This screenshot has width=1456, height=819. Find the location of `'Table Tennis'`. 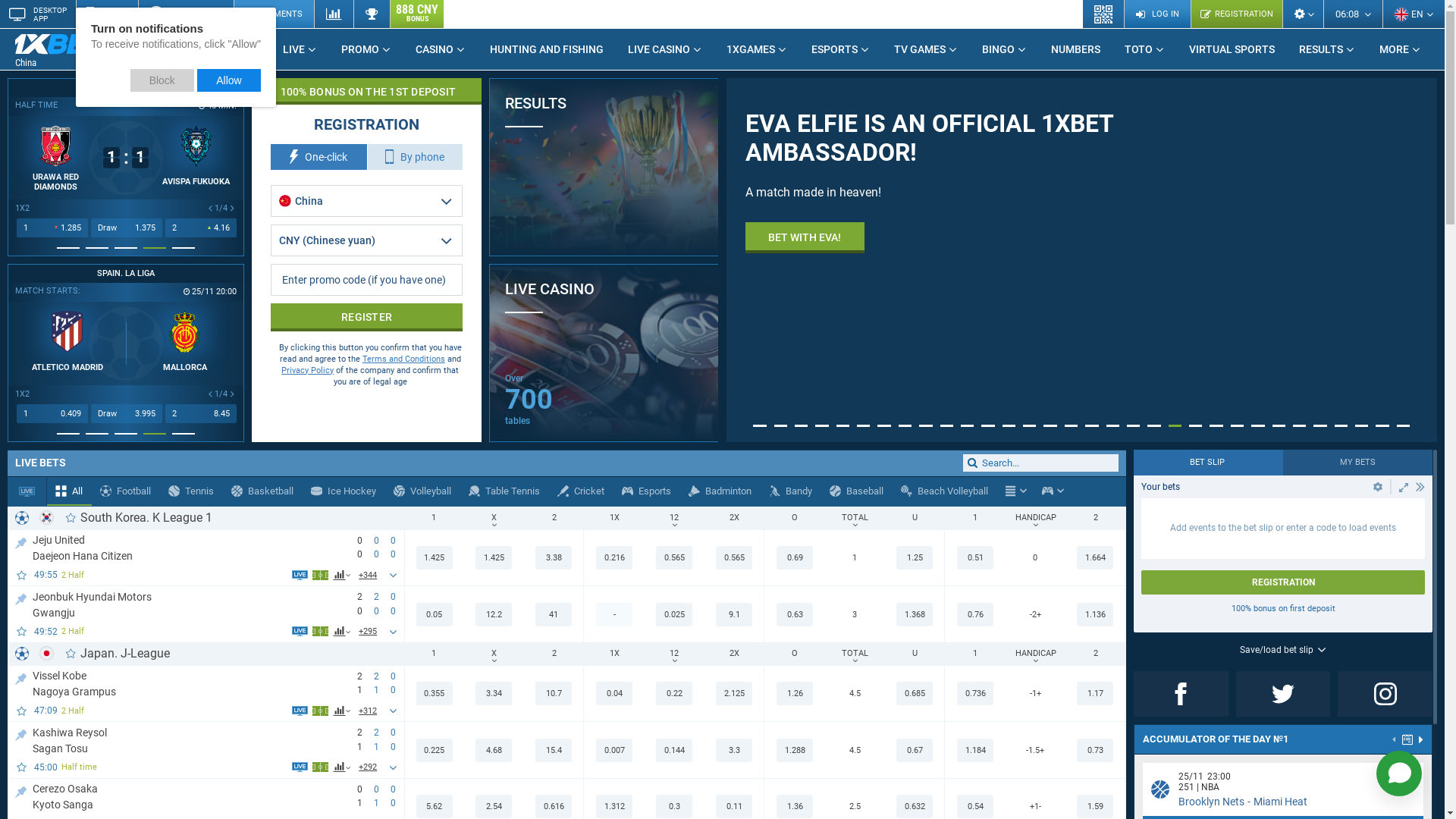

'Table Tennis' is located at coordinates (504, 491).